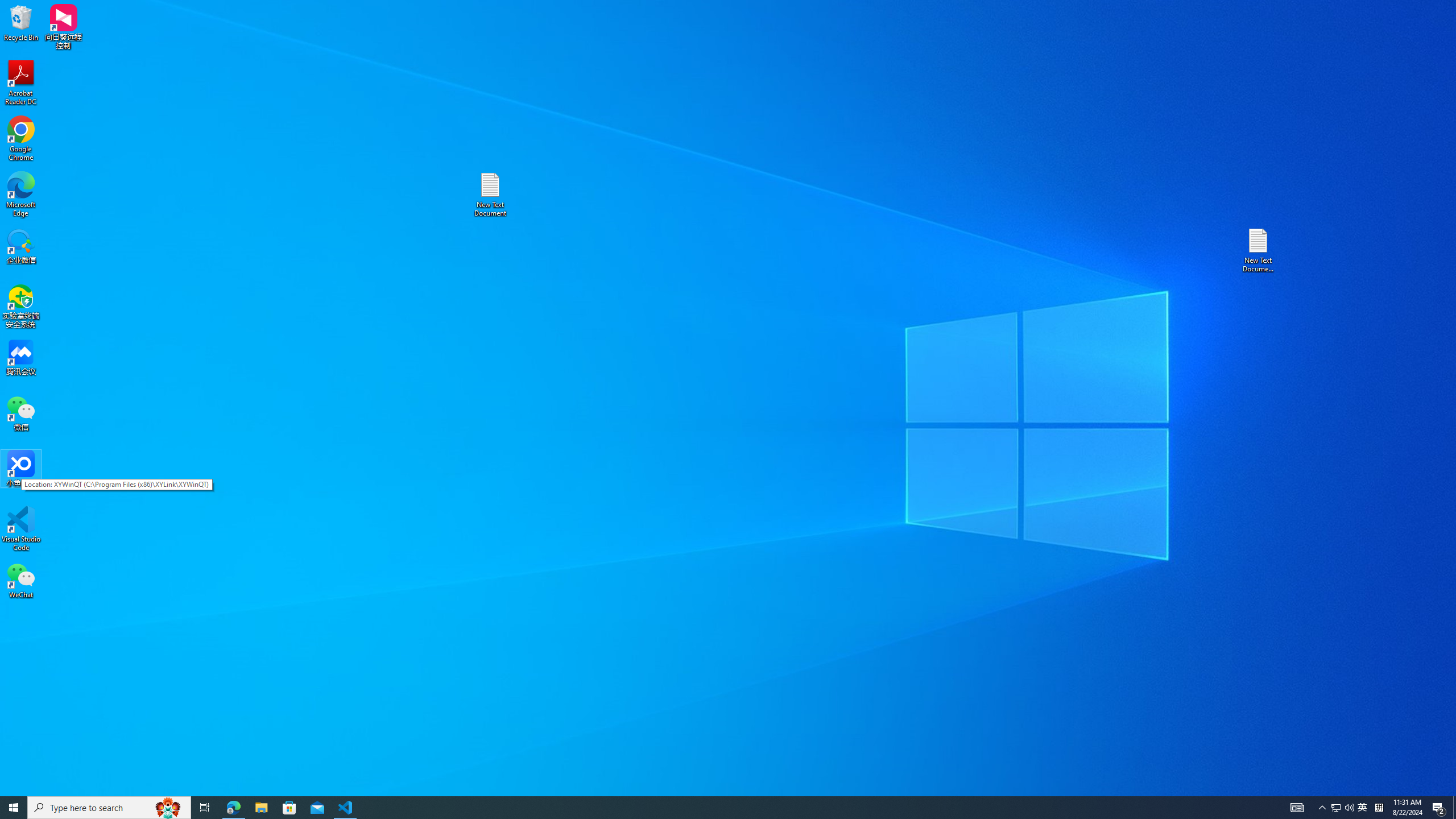 The image size is (1456, 819). What do you see at coordinates (20, 22) in the screenshot?
I see `'Recycle Bin'` at bounding box center [20, 22].